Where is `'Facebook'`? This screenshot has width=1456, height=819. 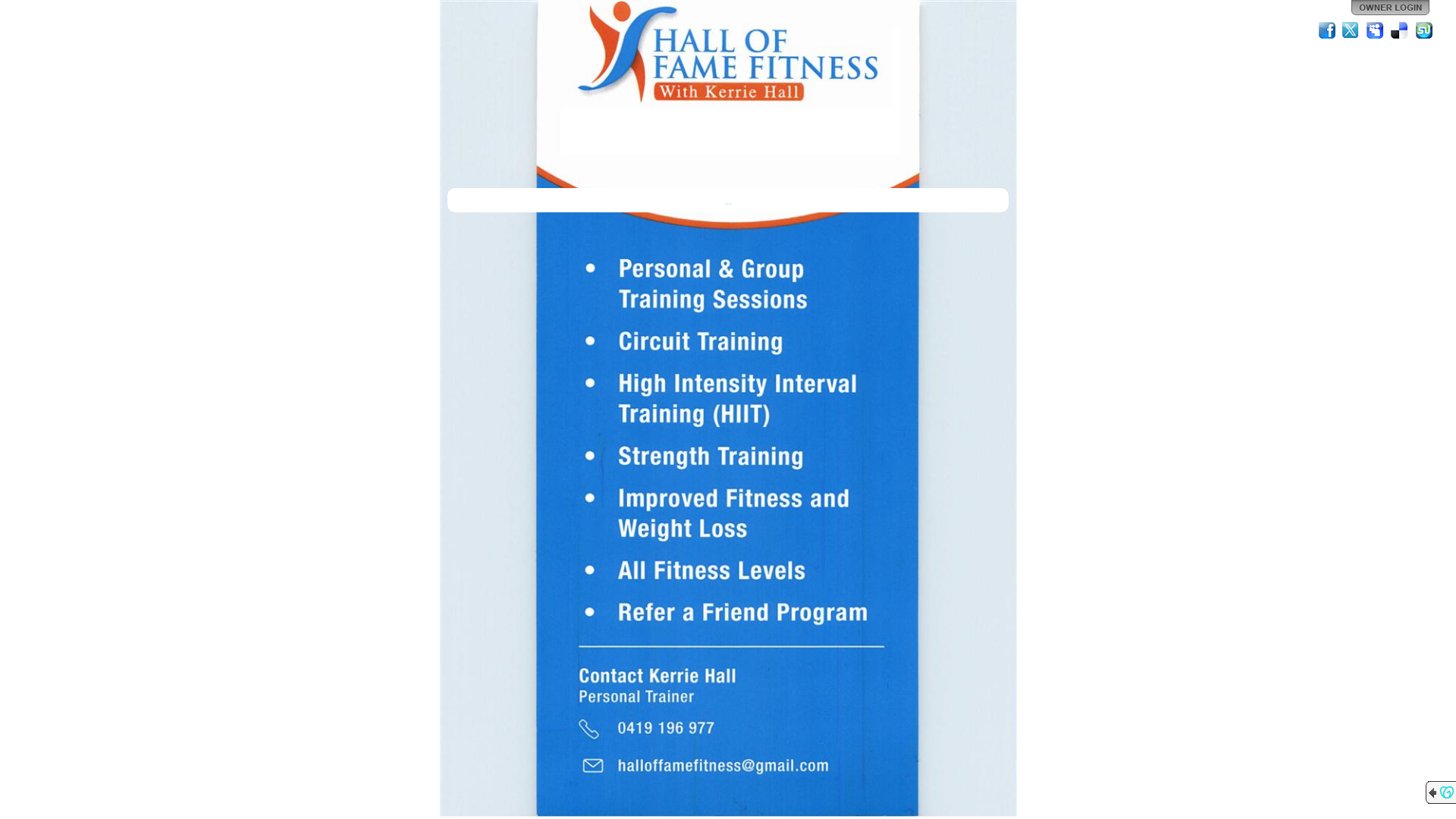 'Facebook' is located at coordinates (1326, 30).